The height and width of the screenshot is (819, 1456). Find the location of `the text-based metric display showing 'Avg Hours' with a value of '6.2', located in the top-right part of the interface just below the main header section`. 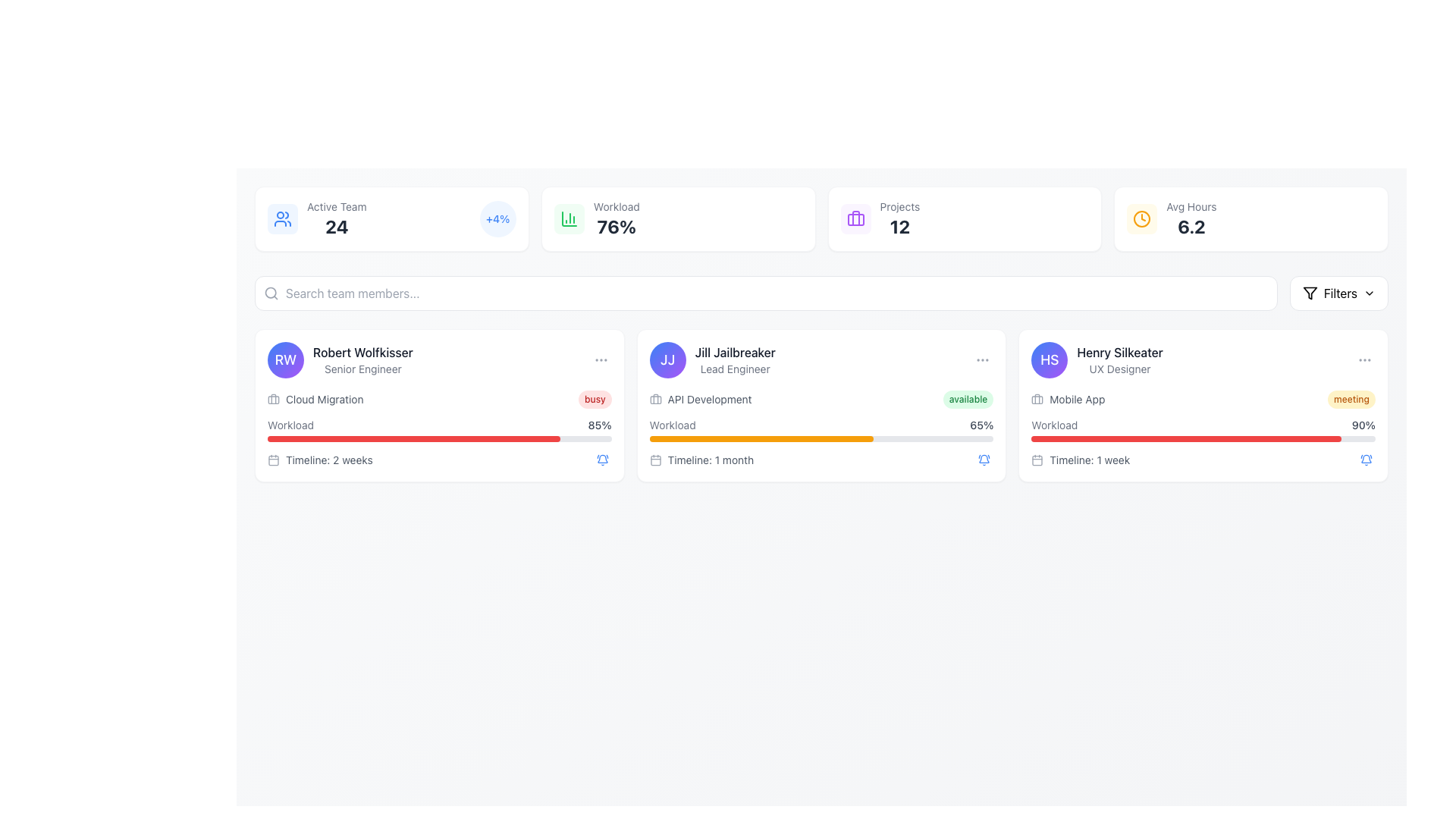

the text-based metric display showing 'Avg Hours' with a value of '6.2', located in the top-right part of the interface just below the main header section is located at coordinates (1191, 219).